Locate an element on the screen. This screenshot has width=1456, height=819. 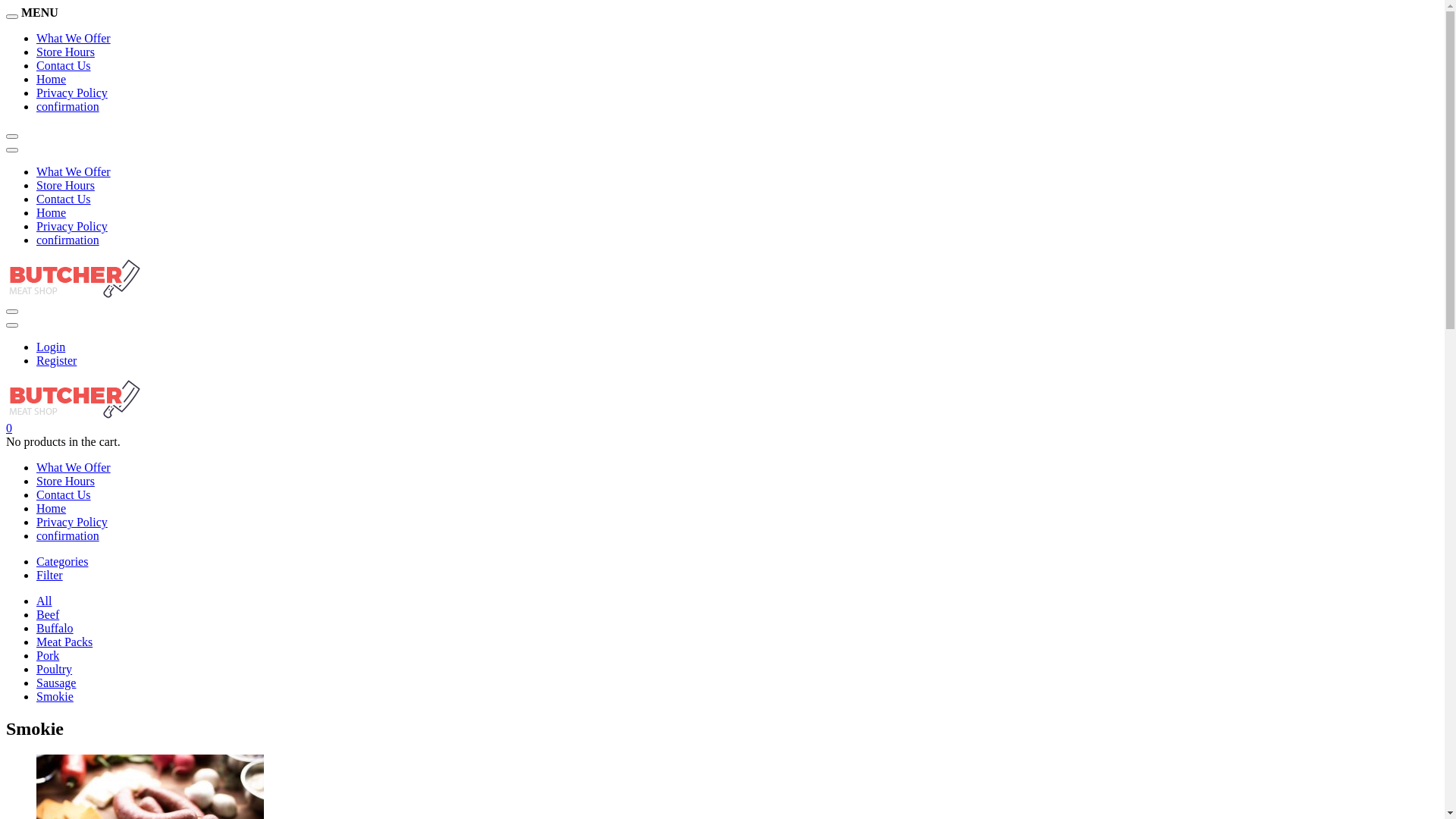
'Sausage' is located at coordinates (55, 682).